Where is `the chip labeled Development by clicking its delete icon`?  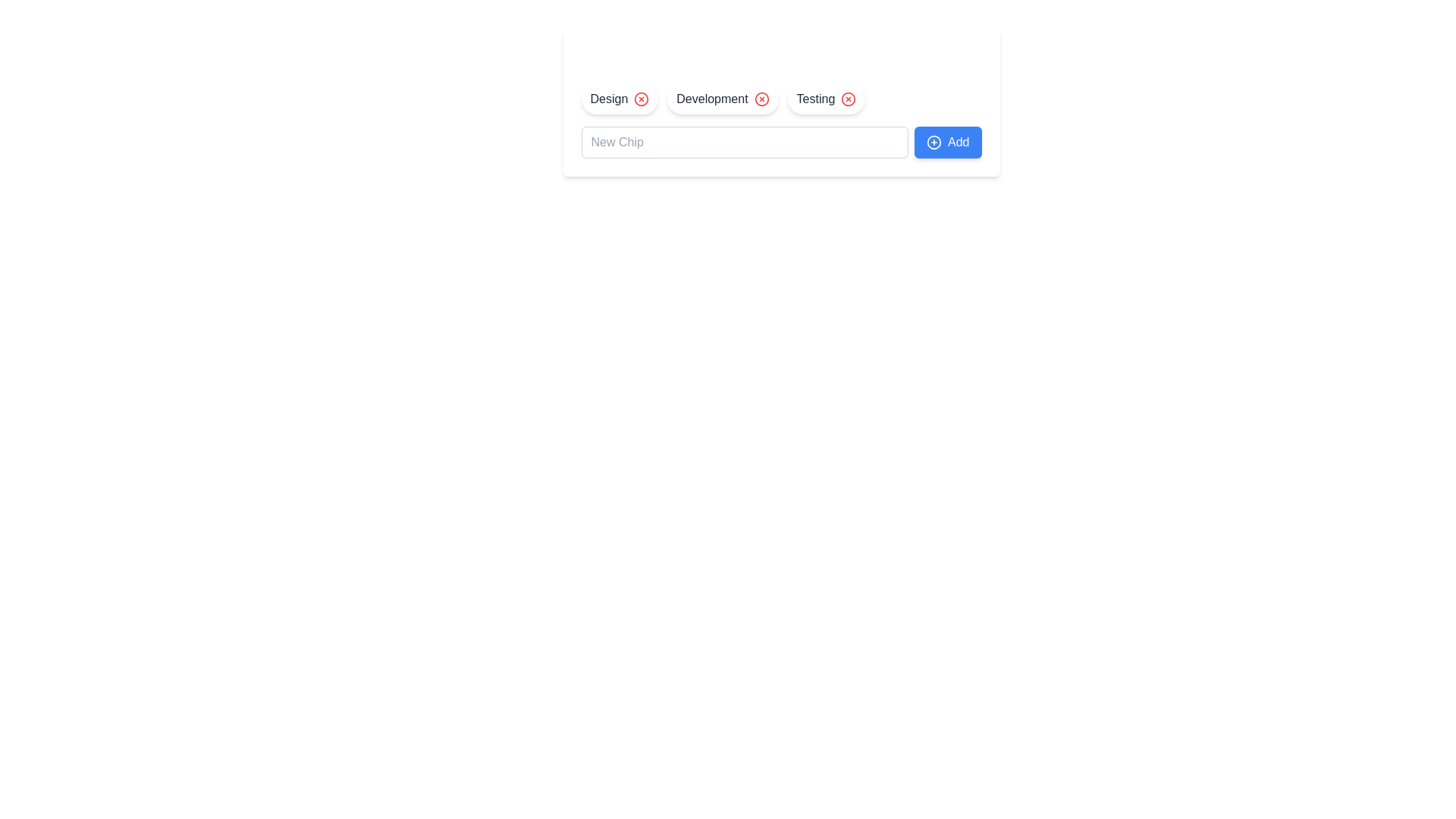 the chip labeled Development by clicking its delete icon is located at coordinates (761, 99).